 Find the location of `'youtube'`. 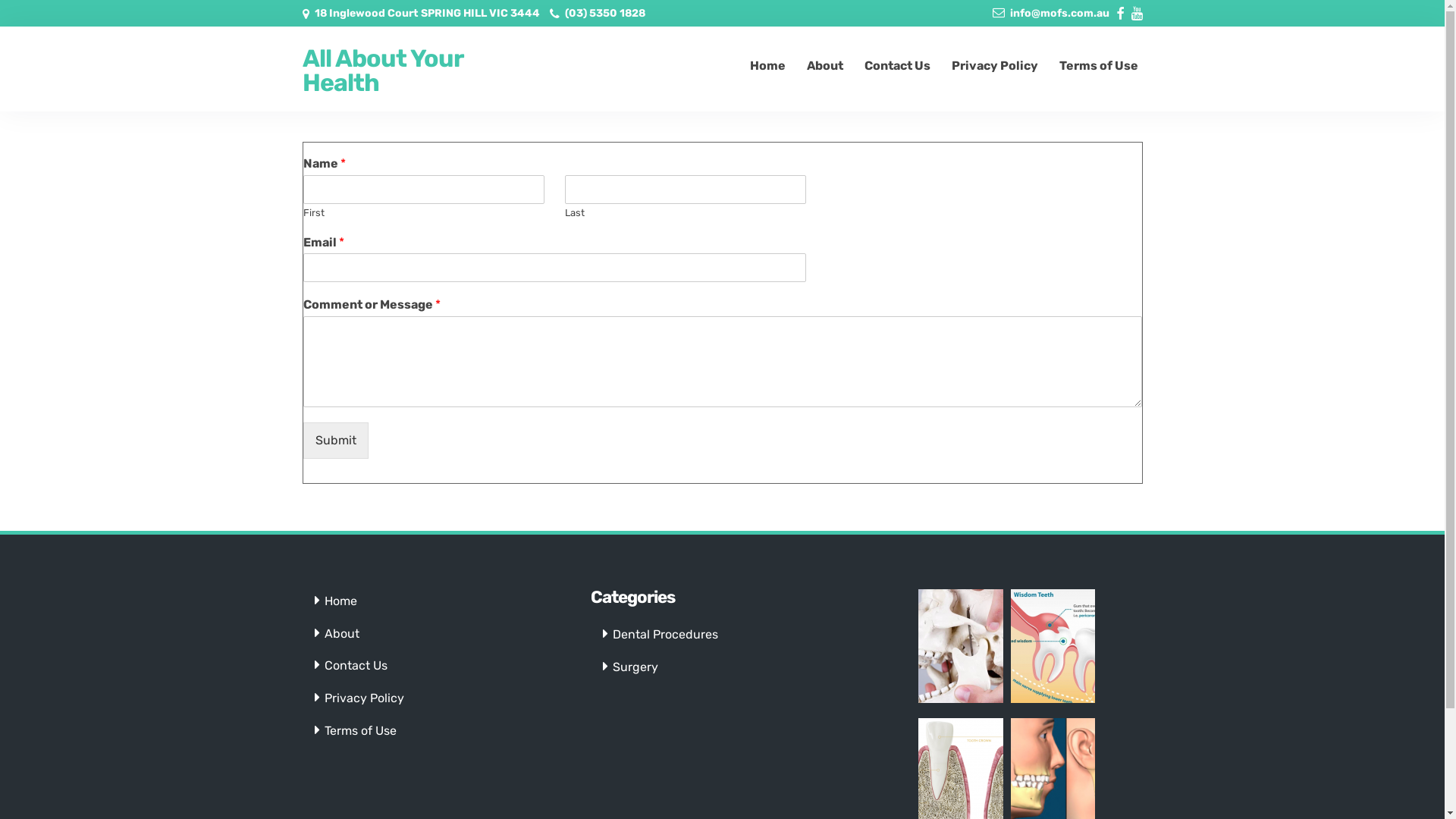

'youtube' is located at coordinates (1137, 10).